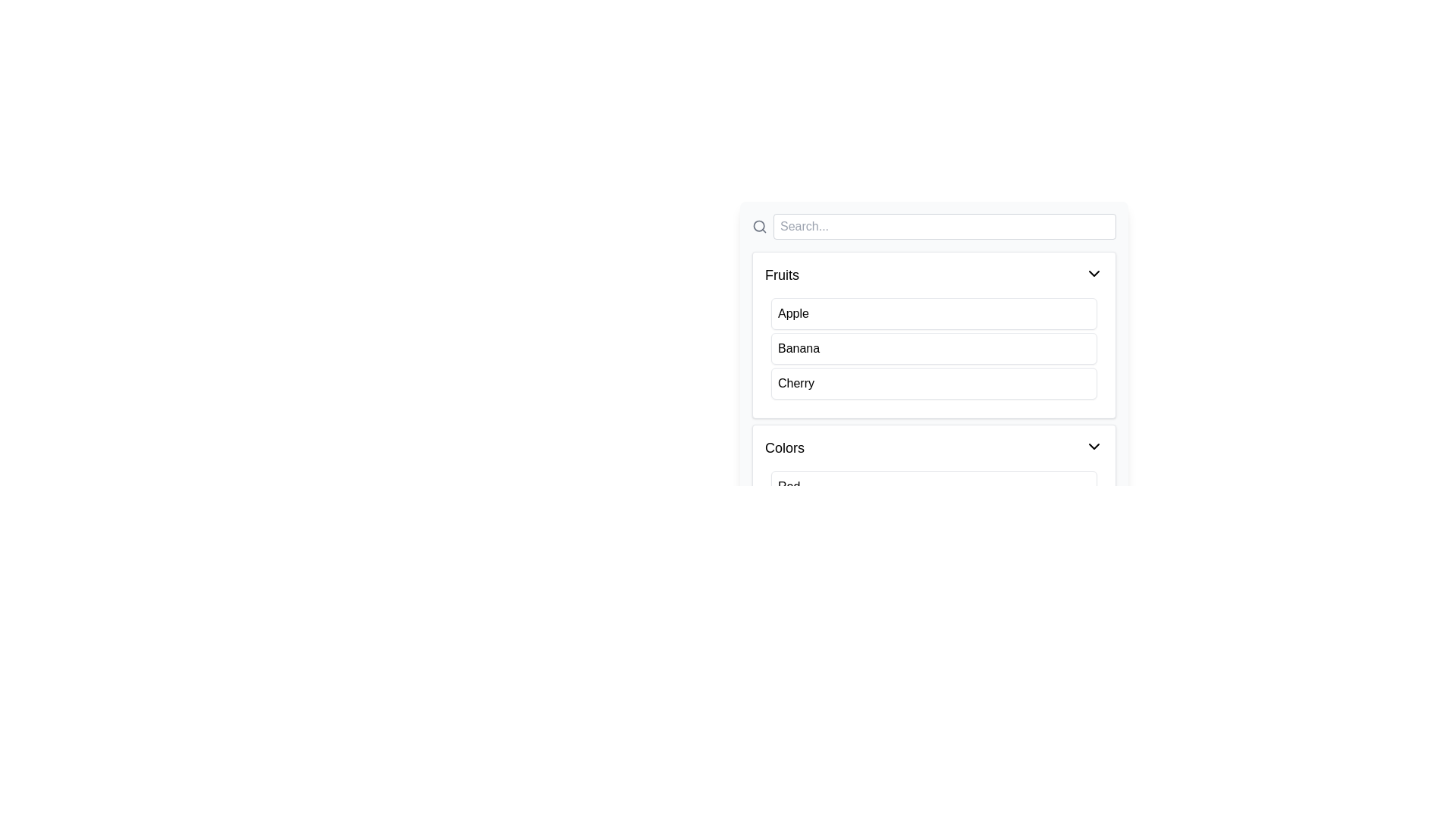 This screenshot has width=1456, height=819. I want to click on the search feature icon located to the left of the search input field, so click(760, 227).